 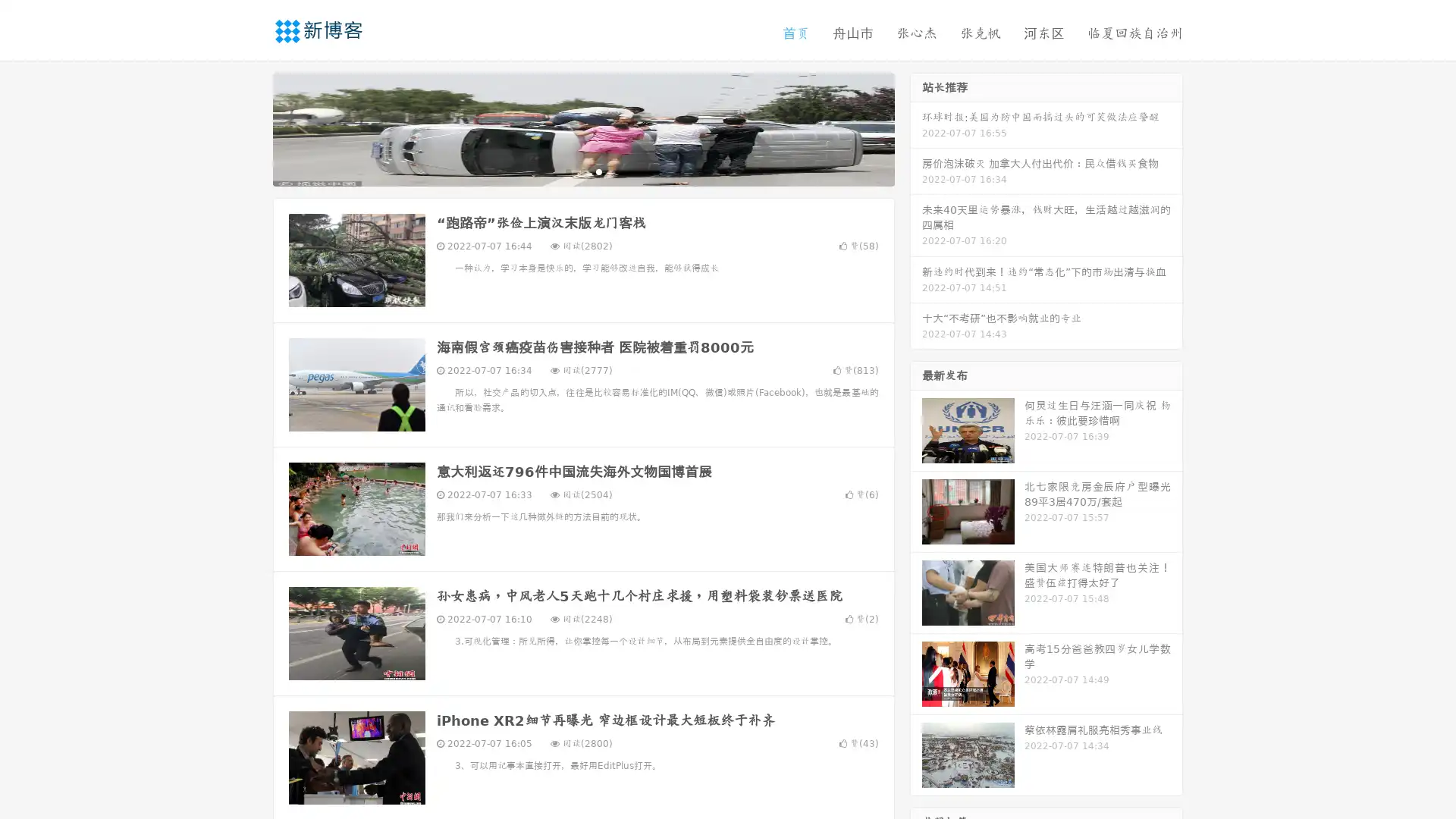 What do you see at coordinates (916, 127) in the screenshot?
I see `Next slide` at bounding box center [916, 127].